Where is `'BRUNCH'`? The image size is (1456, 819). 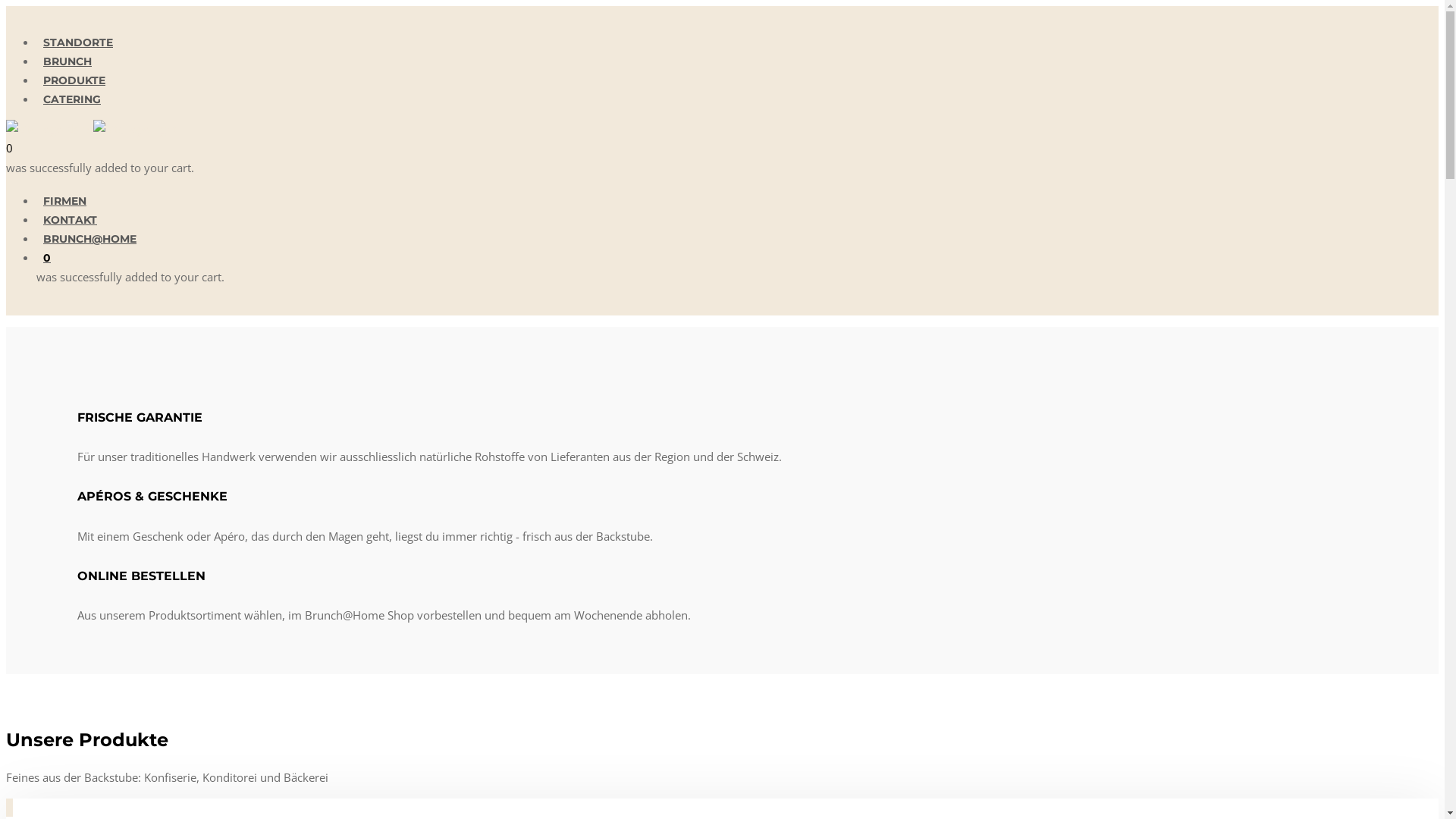 'BRUNCH' is located at coordinates (67, 61).